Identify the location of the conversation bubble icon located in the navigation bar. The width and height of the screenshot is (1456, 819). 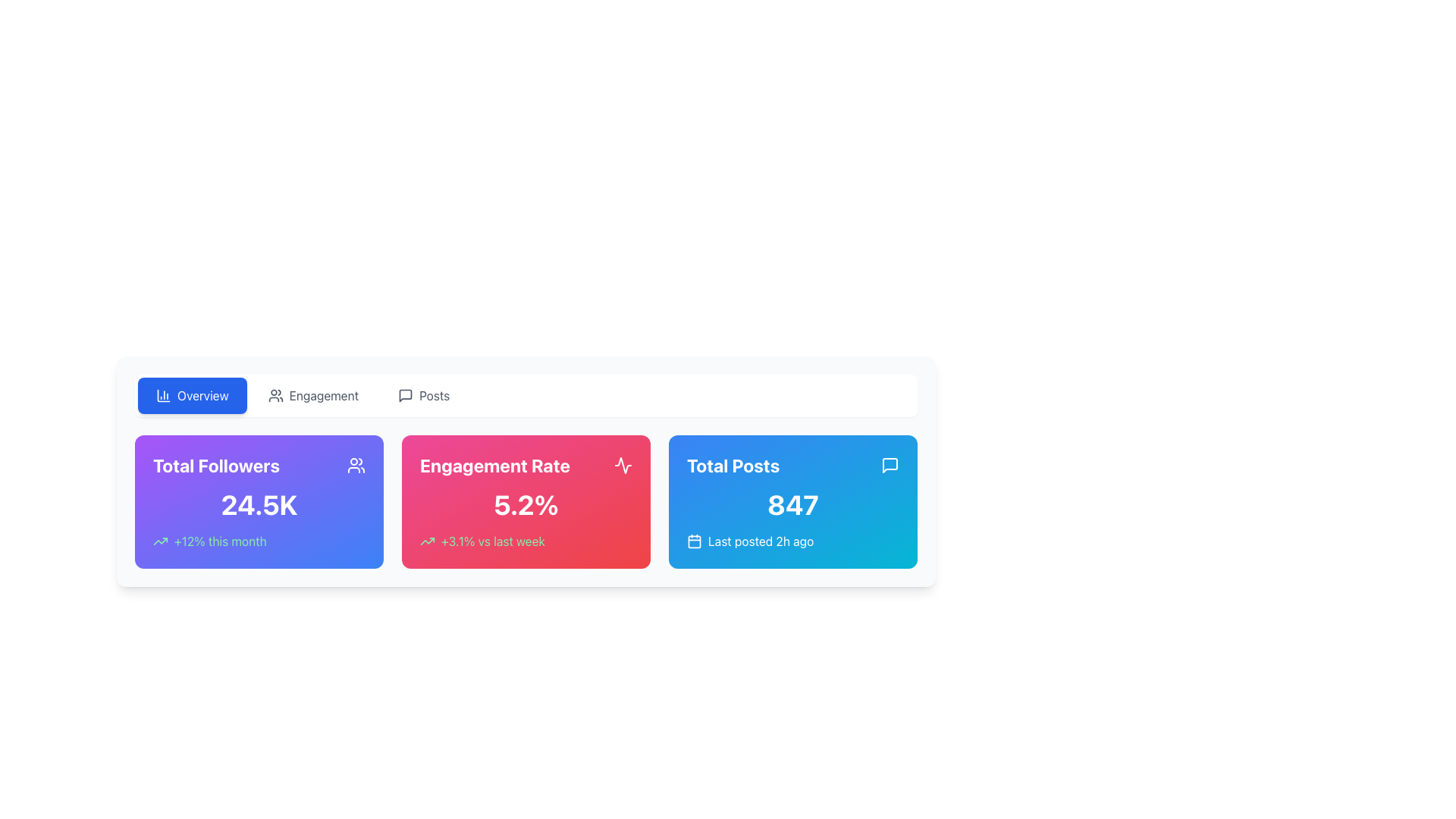
(406, 394).